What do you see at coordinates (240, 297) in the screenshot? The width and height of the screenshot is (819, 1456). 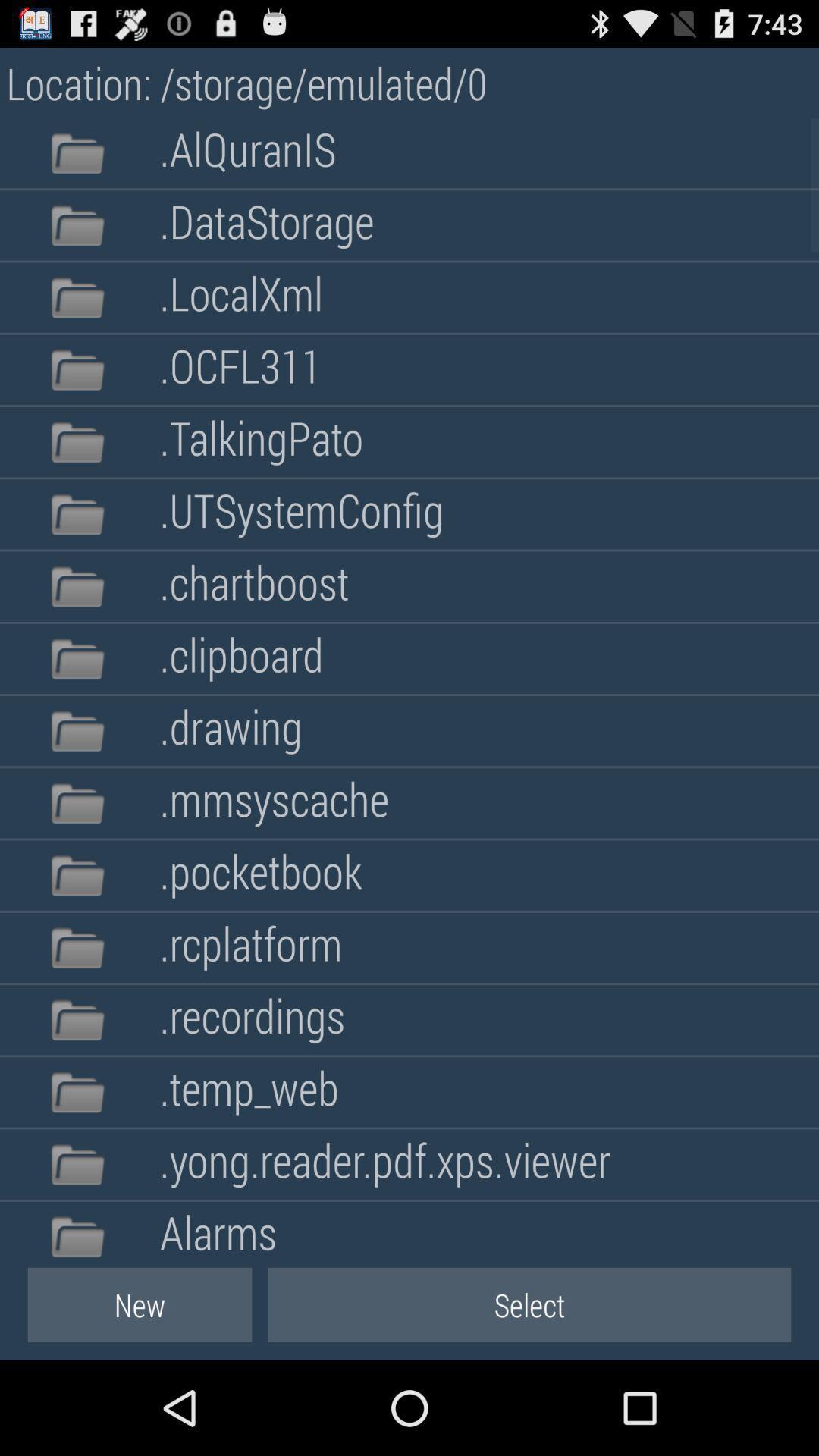 I see `the .localxml icon` at bounding box center [240, 297].